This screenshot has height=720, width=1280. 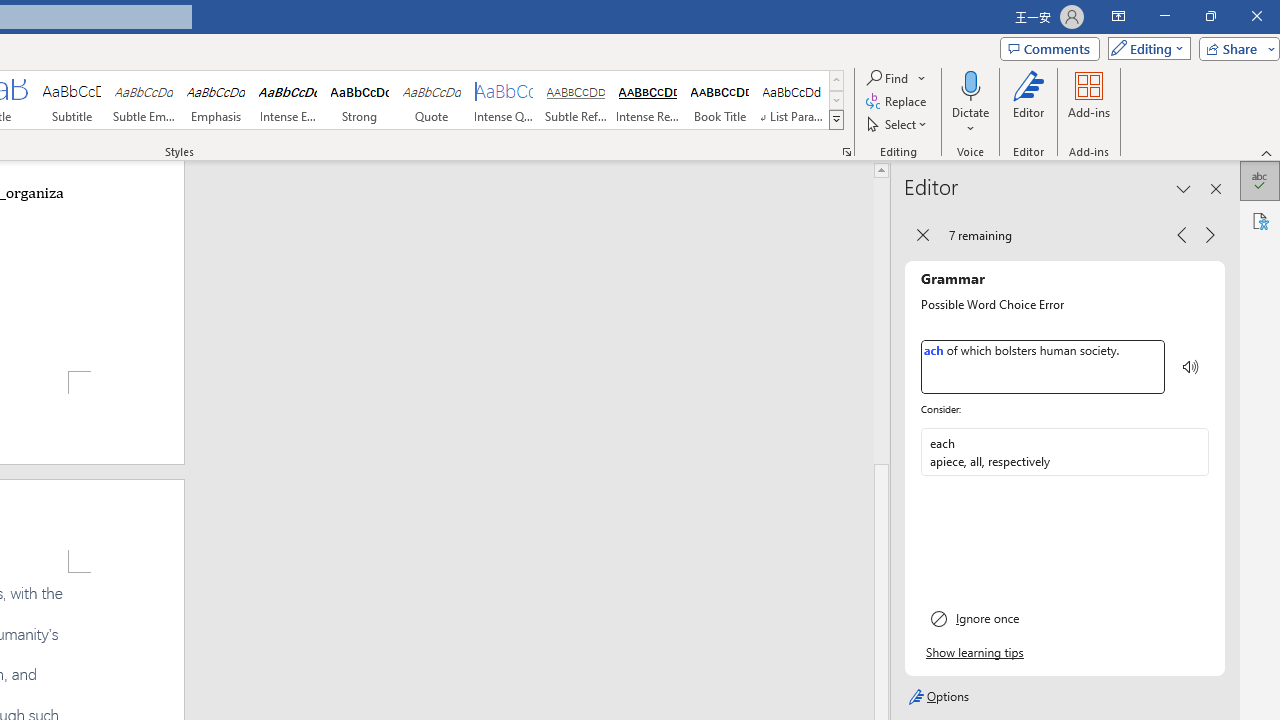 I want to click on 'Editing', so click(x=1144, y=47).